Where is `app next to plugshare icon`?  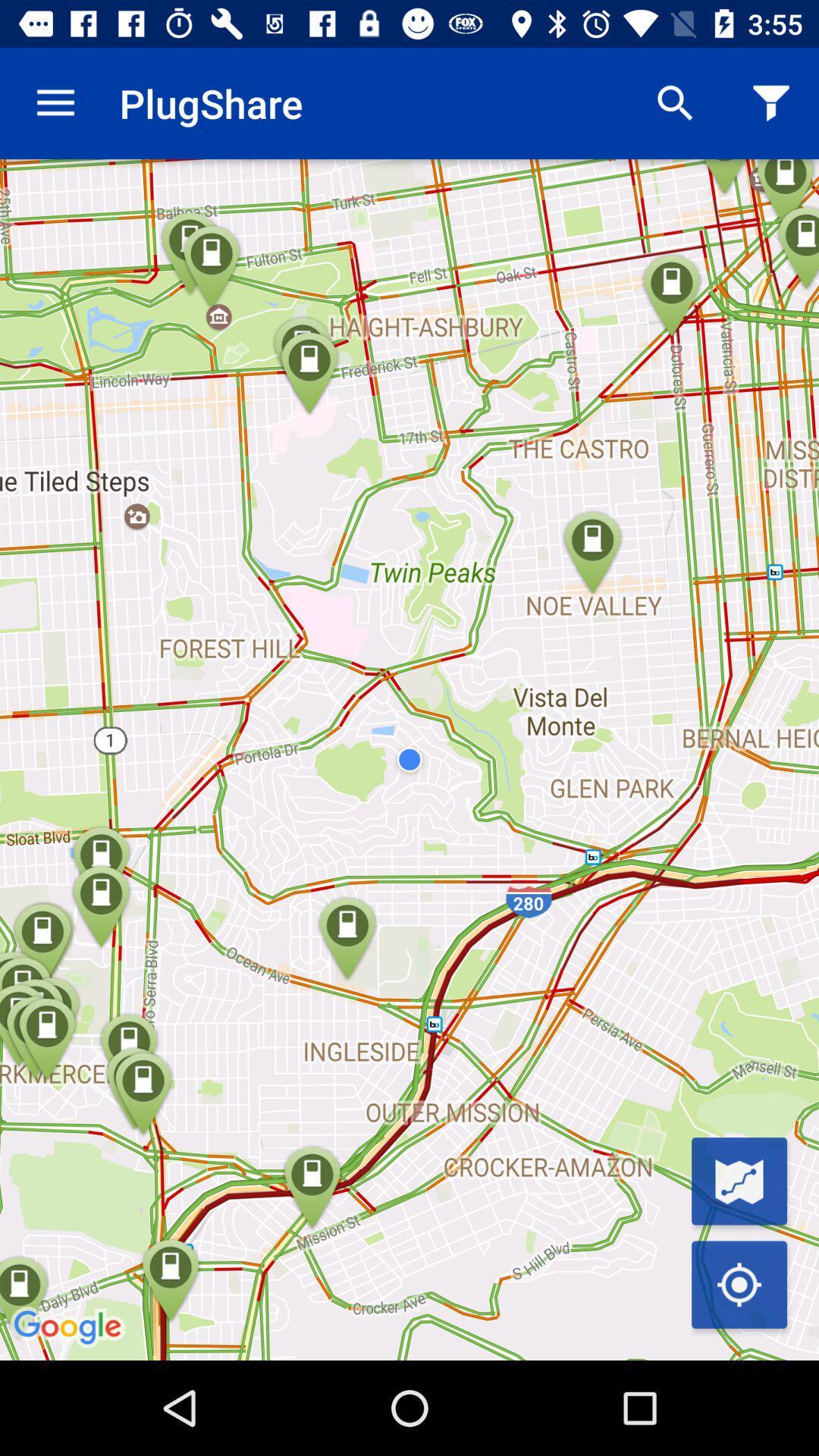
app next to plugshare icon is located at coordinates (675, 102).